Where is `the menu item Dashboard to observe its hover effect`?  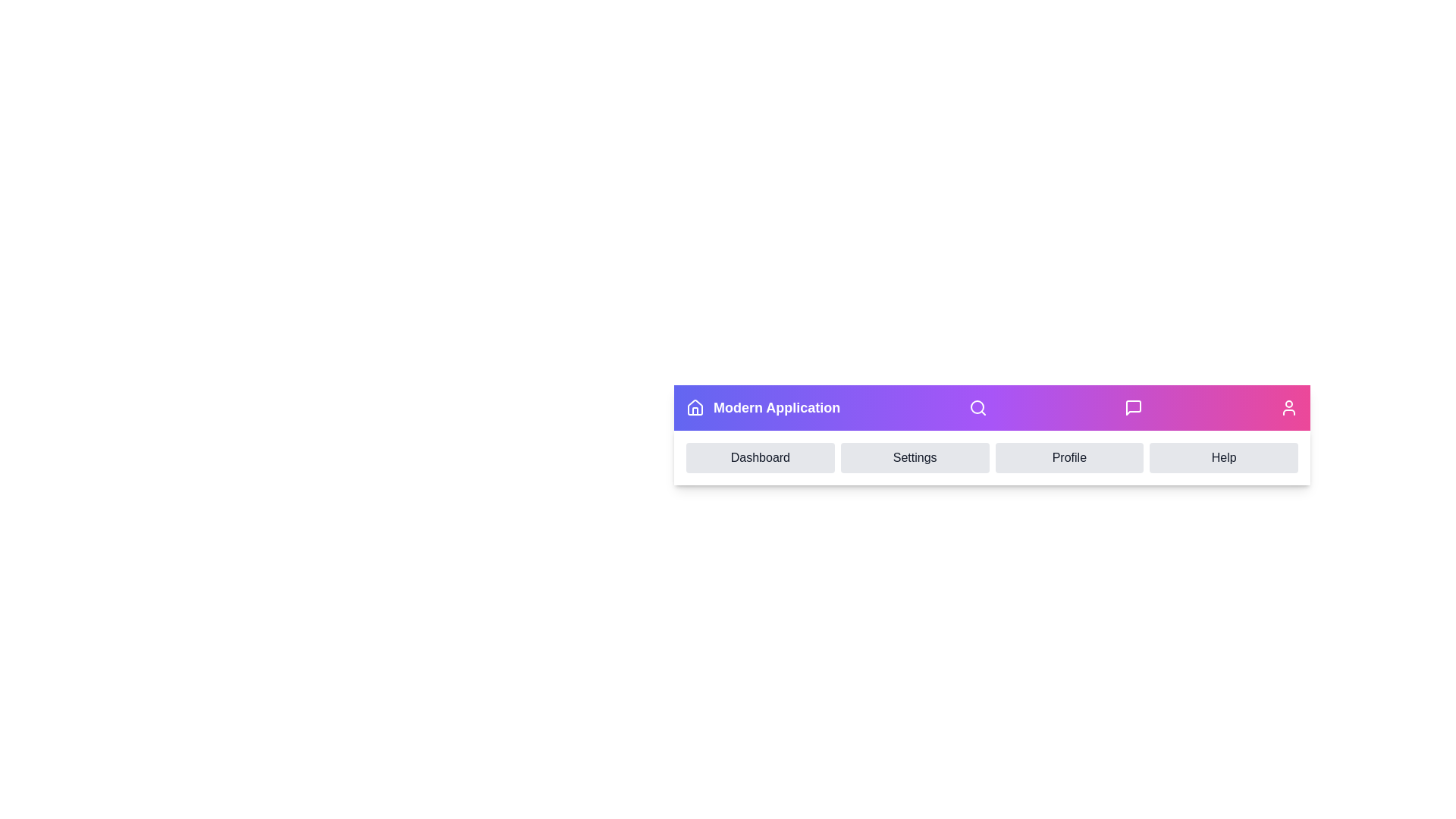
the menu item Dashboard to observe its hover effect is located at coordinates (760, 457).